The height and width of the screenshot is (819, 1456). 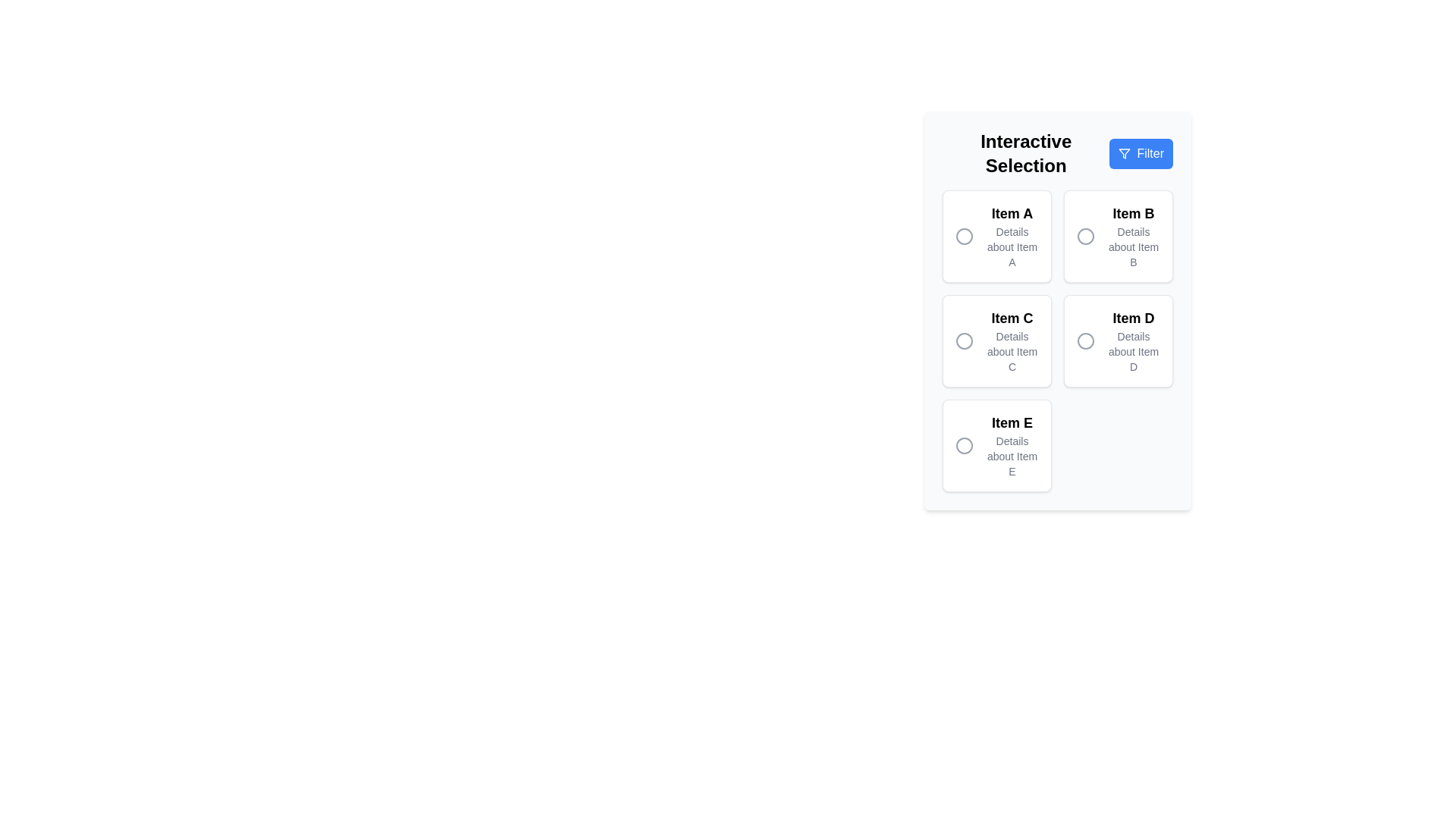 What do you see at coordinates (1012, 246) in the screenshot?
I see `the static text displaying 'Details about Item A' which is located directly beneath the title 'Item A' in a small, gray-colored font` at bounding box center [1012, 246].